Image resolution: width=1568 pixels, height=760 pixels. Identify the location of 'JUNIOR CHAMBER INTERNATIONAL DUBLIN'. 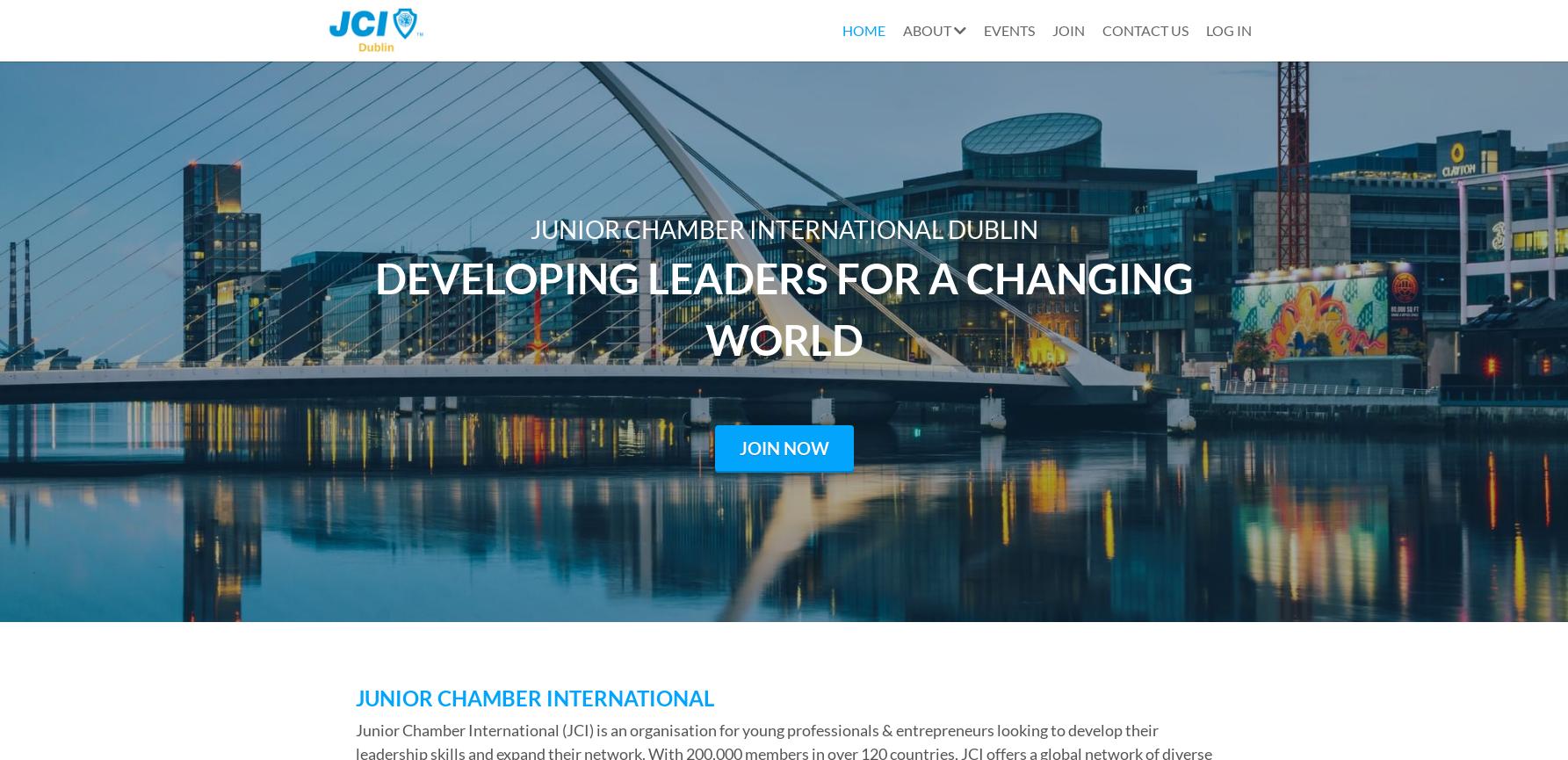
(783, 228).